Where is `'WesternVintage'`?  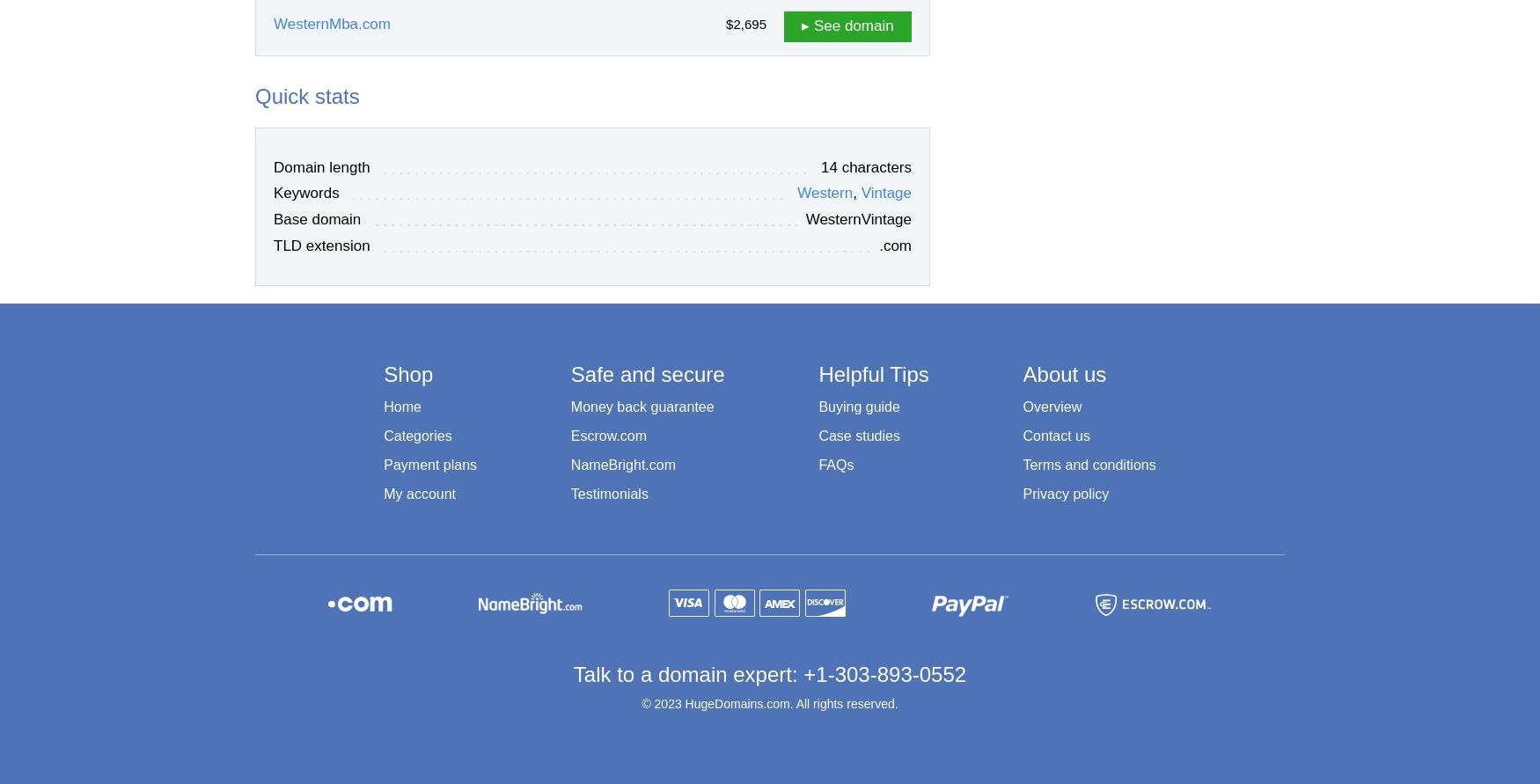 'WesternVintage' is located at coordinates (858, 219).